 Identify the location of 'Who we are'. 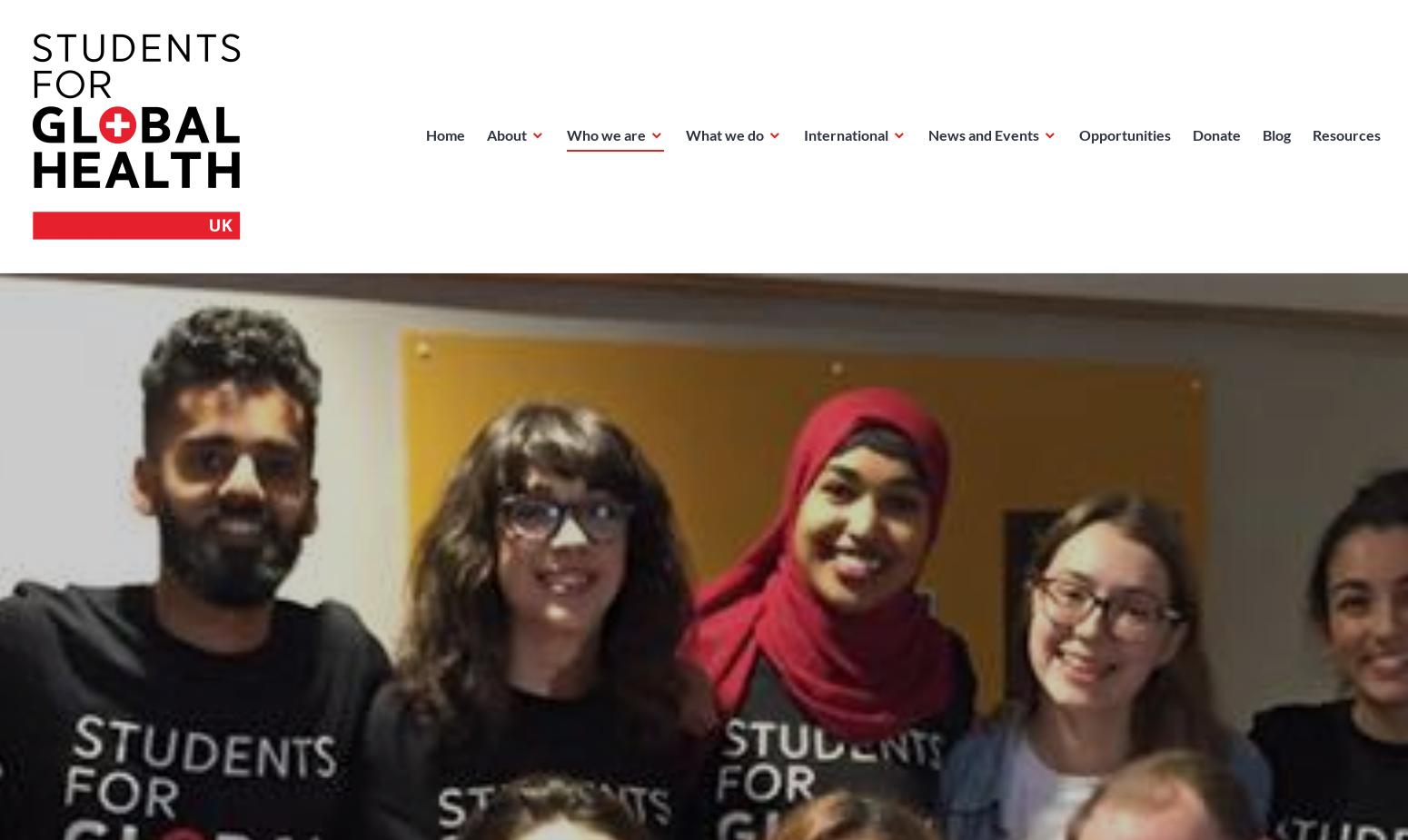
(605, 133).